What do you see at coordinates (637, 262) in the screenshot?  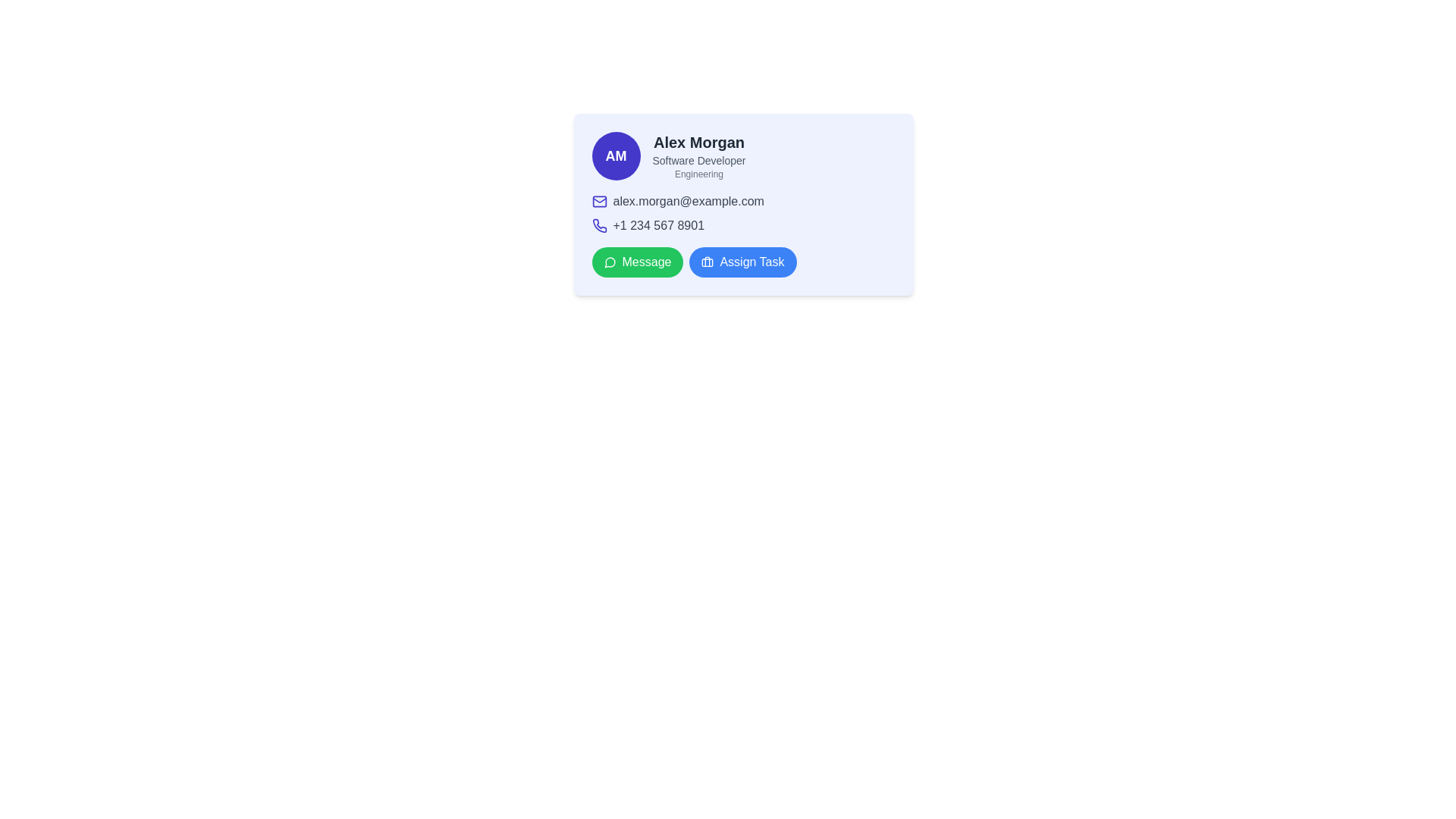 I see `the first button in the horizontal arrangement to initiate a messaging action, which targets the individual or entity represented in the profile card` at bounding box center [637, 262].